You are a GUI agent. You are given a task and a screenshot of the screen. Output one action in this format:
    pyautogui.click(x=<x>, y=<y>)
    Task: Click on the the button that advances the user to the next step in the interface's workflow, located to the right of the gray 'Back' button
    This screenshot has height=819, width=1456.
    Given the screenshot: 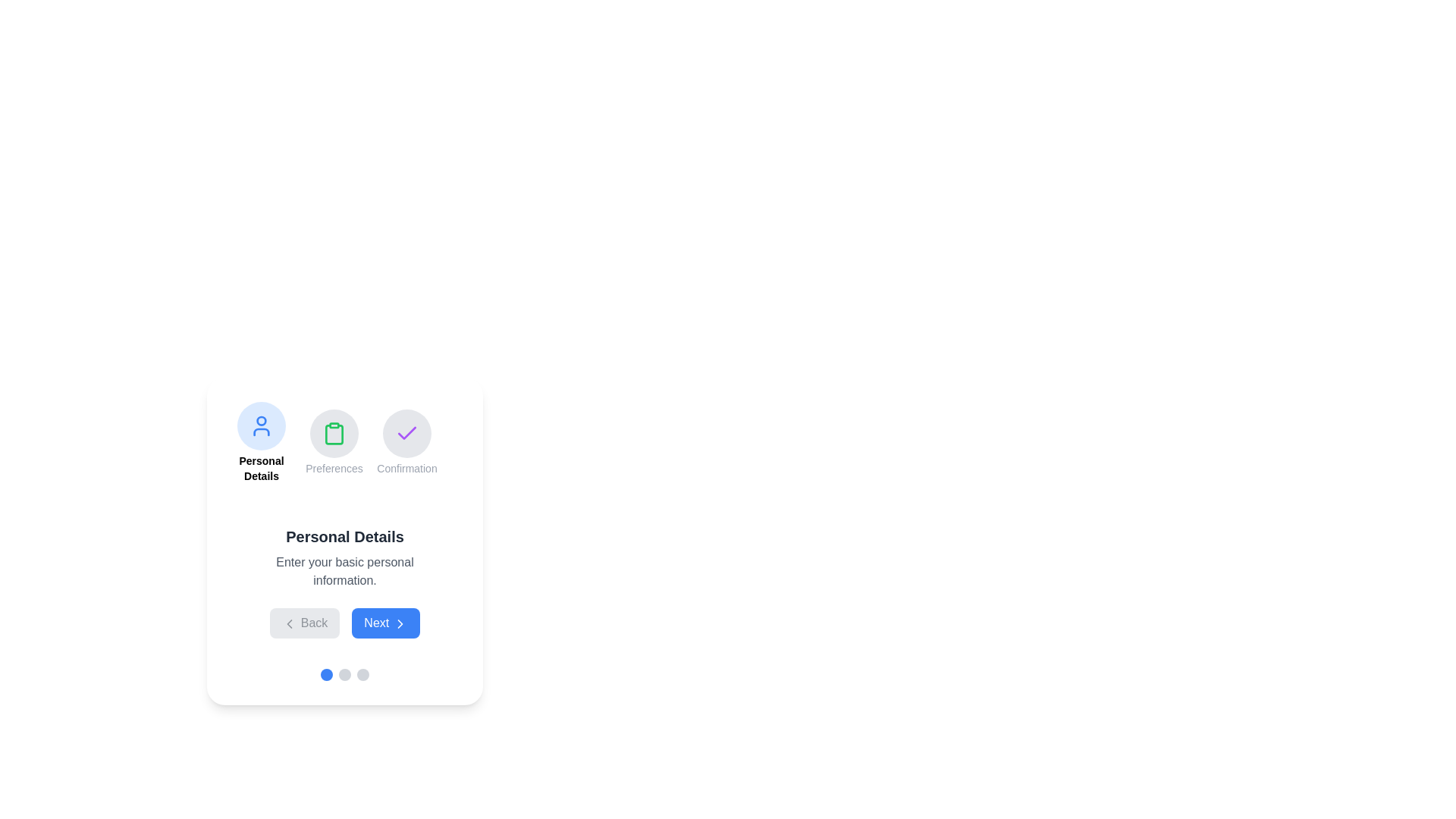 What is the action you would take?
    pyautogui.click(x=385, y=623)
    